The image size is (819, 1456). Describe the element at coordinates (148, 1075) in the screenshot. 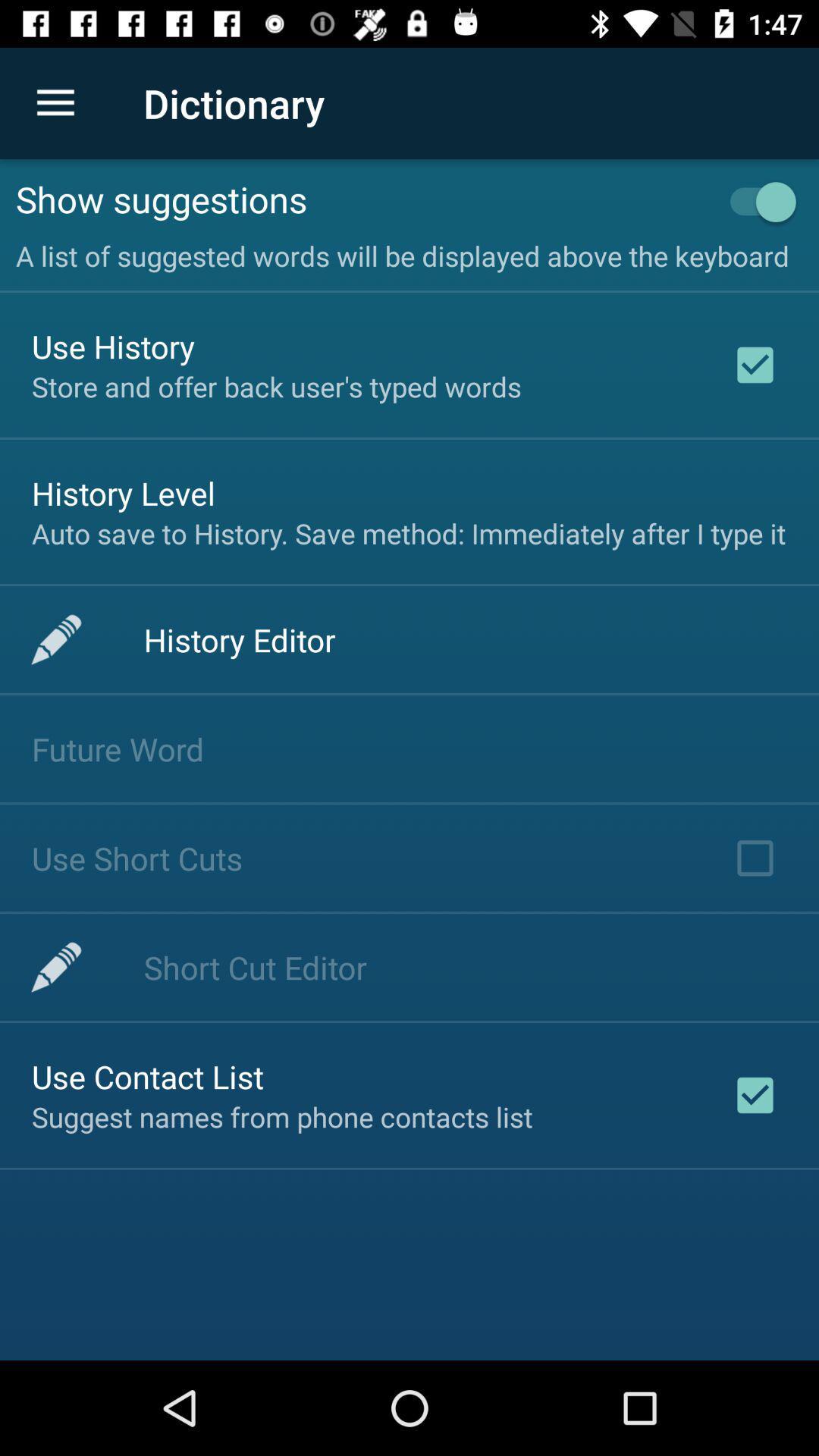

I see `icon at the bottom left corner` at that location.